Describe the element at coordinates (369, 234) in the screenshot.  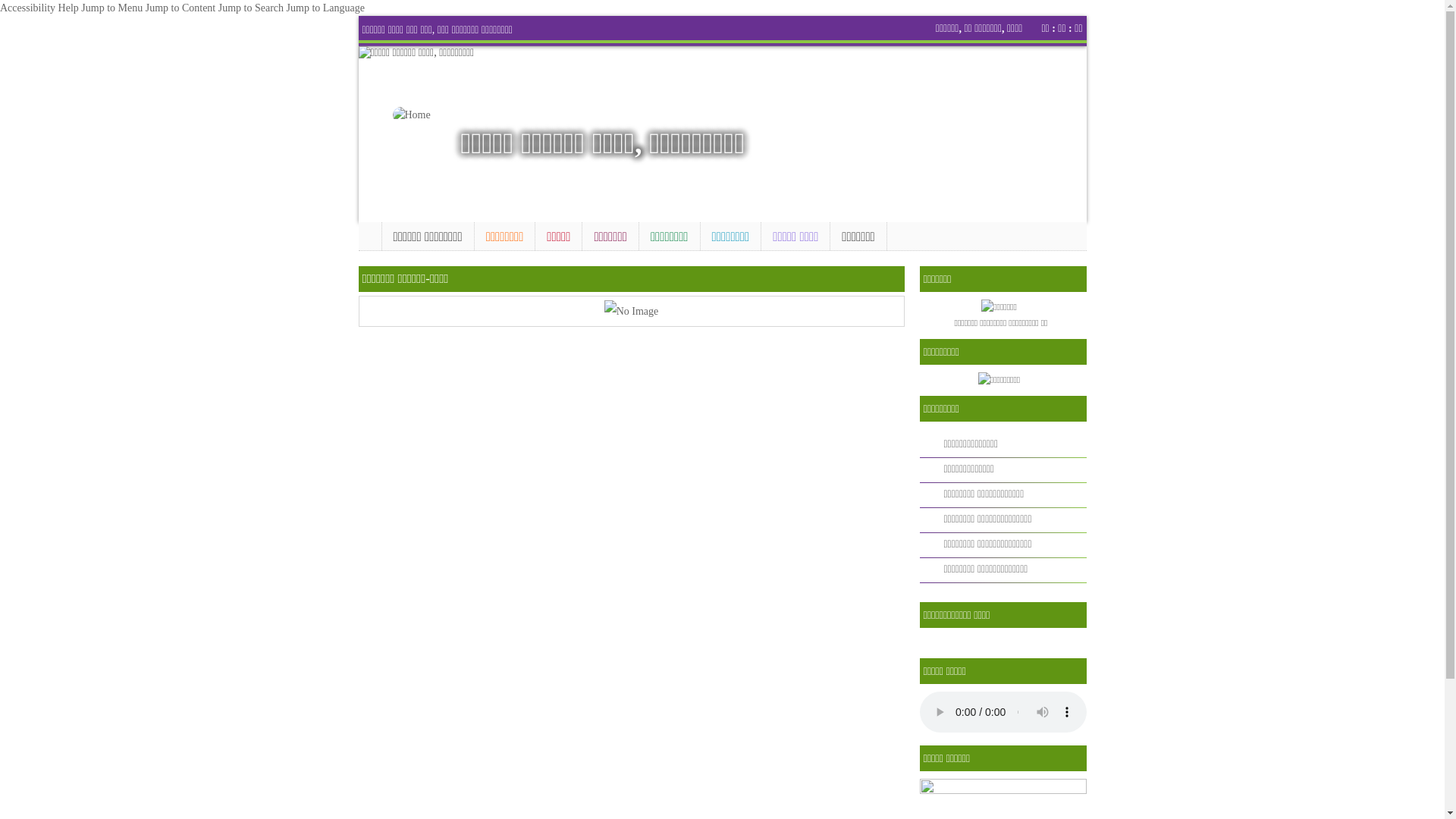
I see `'Home'` at that location.